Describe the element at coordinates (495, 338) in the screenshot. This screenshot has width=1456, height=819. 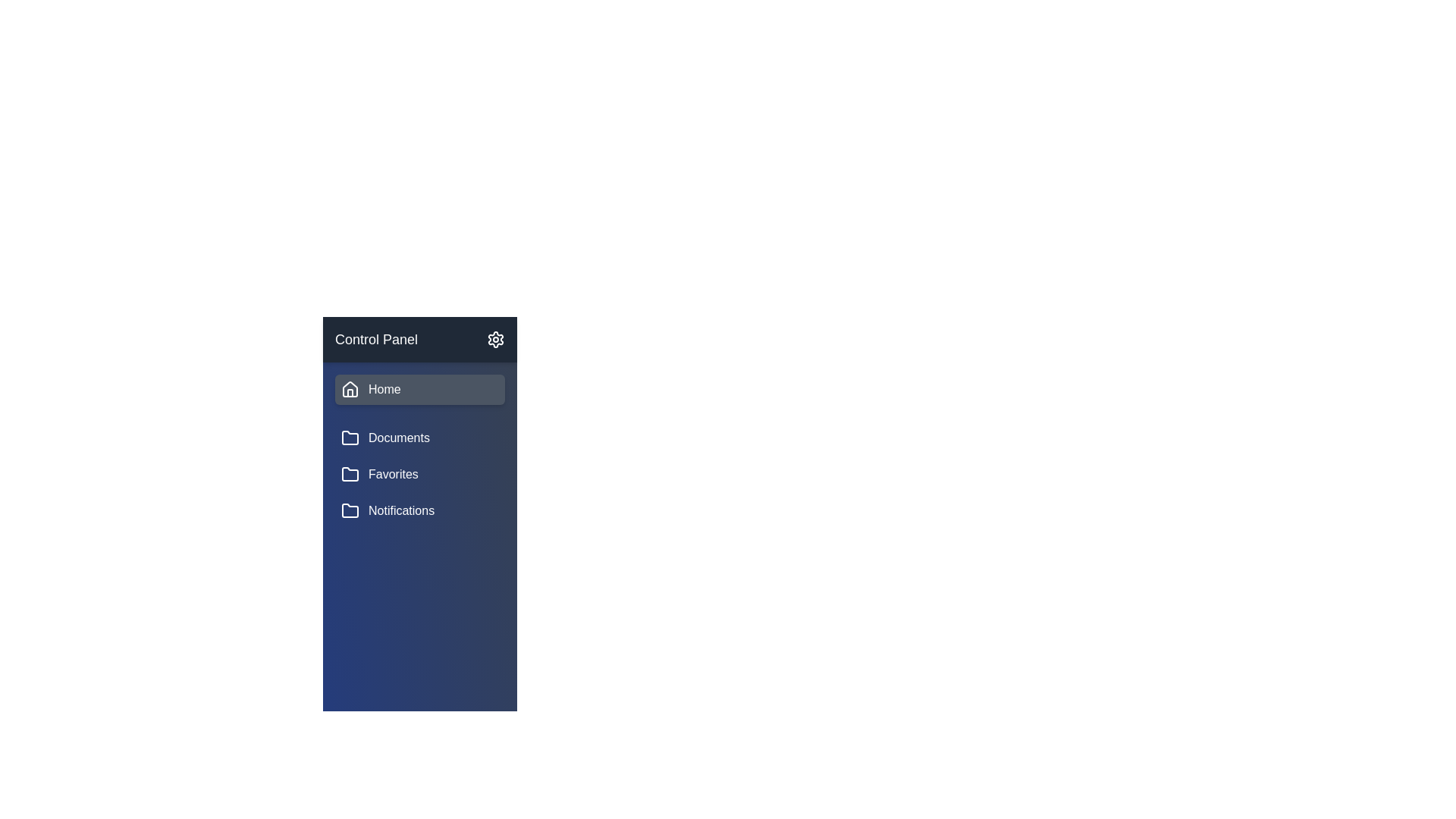
I see `the settings icon to toggle the visibility of the options section` at that location.